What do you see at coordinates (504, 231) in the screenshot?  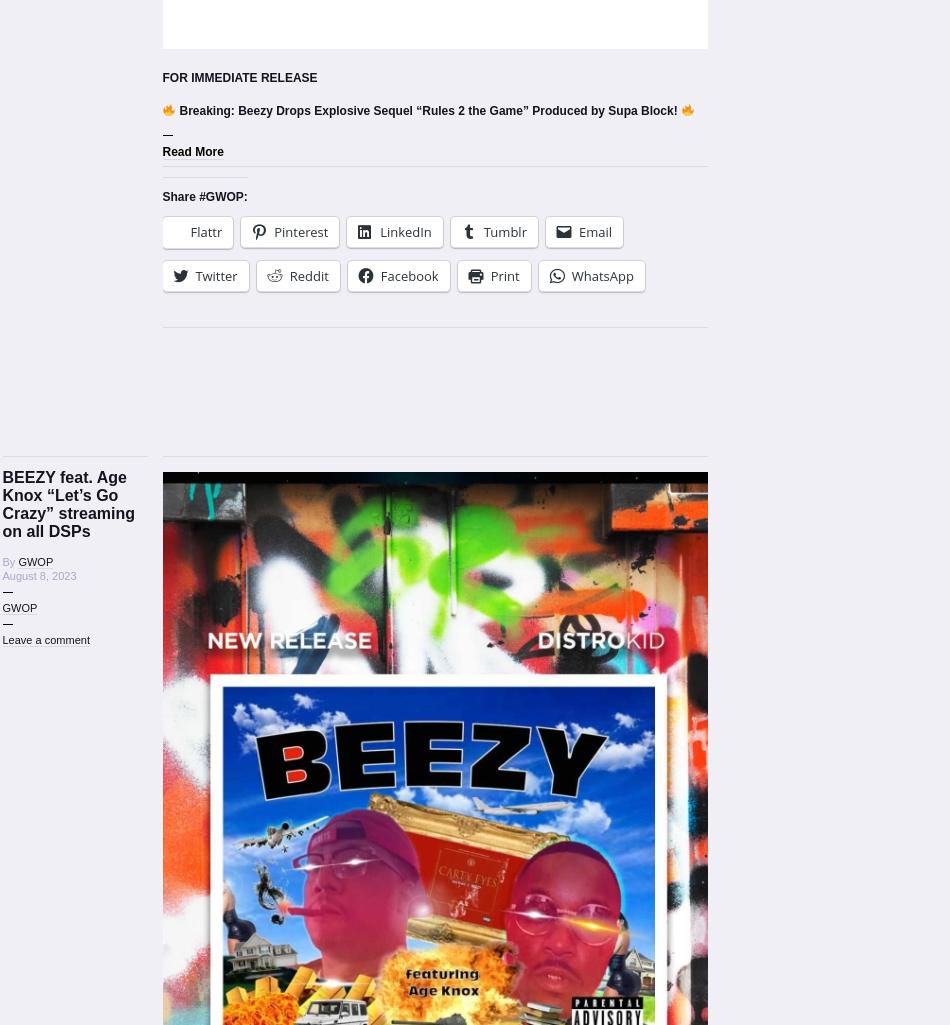 I see `'Tumblr'` at bounding box center [504, 231].